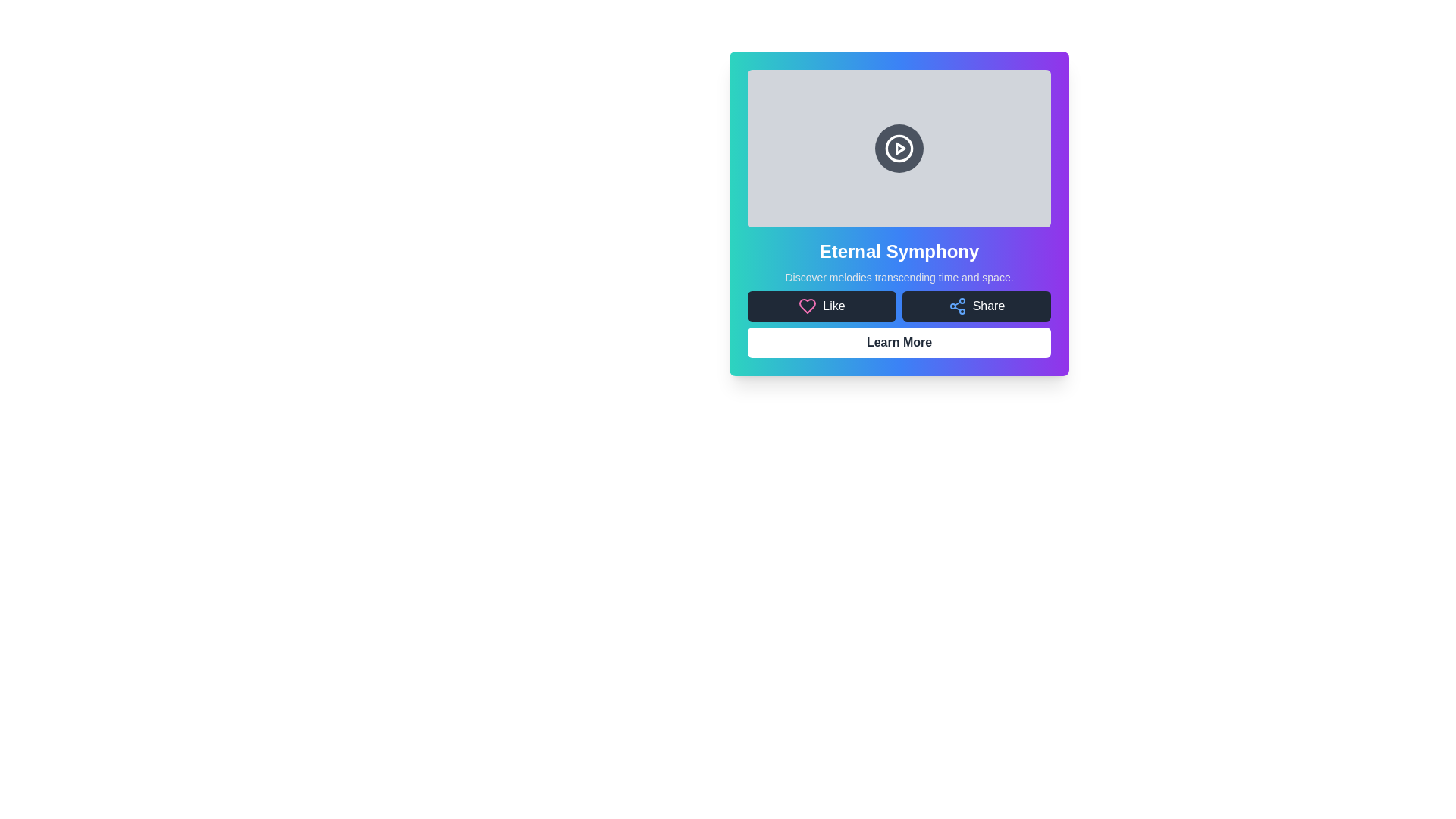 The width and height of the screenshot is (1456, 819). What do you see at coordinates (899, 149) in the screenshot?
I see `the play button located in the upper gray area of the card layout` at bounding box center [899, 149].